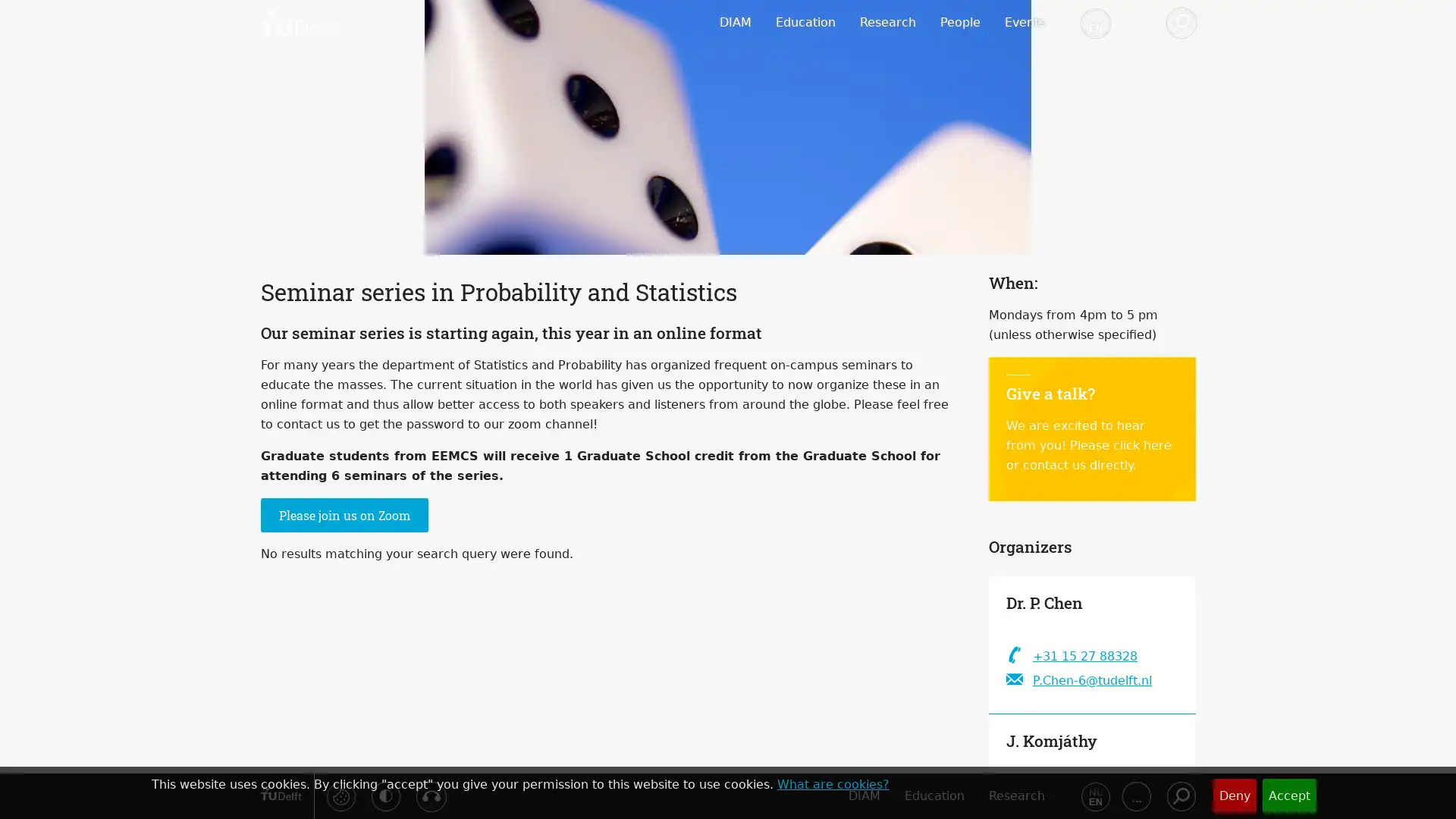 The image size is (1456, 819). I want to click on Luister met de ReachDeck-werkbalk, so click(429, 795).